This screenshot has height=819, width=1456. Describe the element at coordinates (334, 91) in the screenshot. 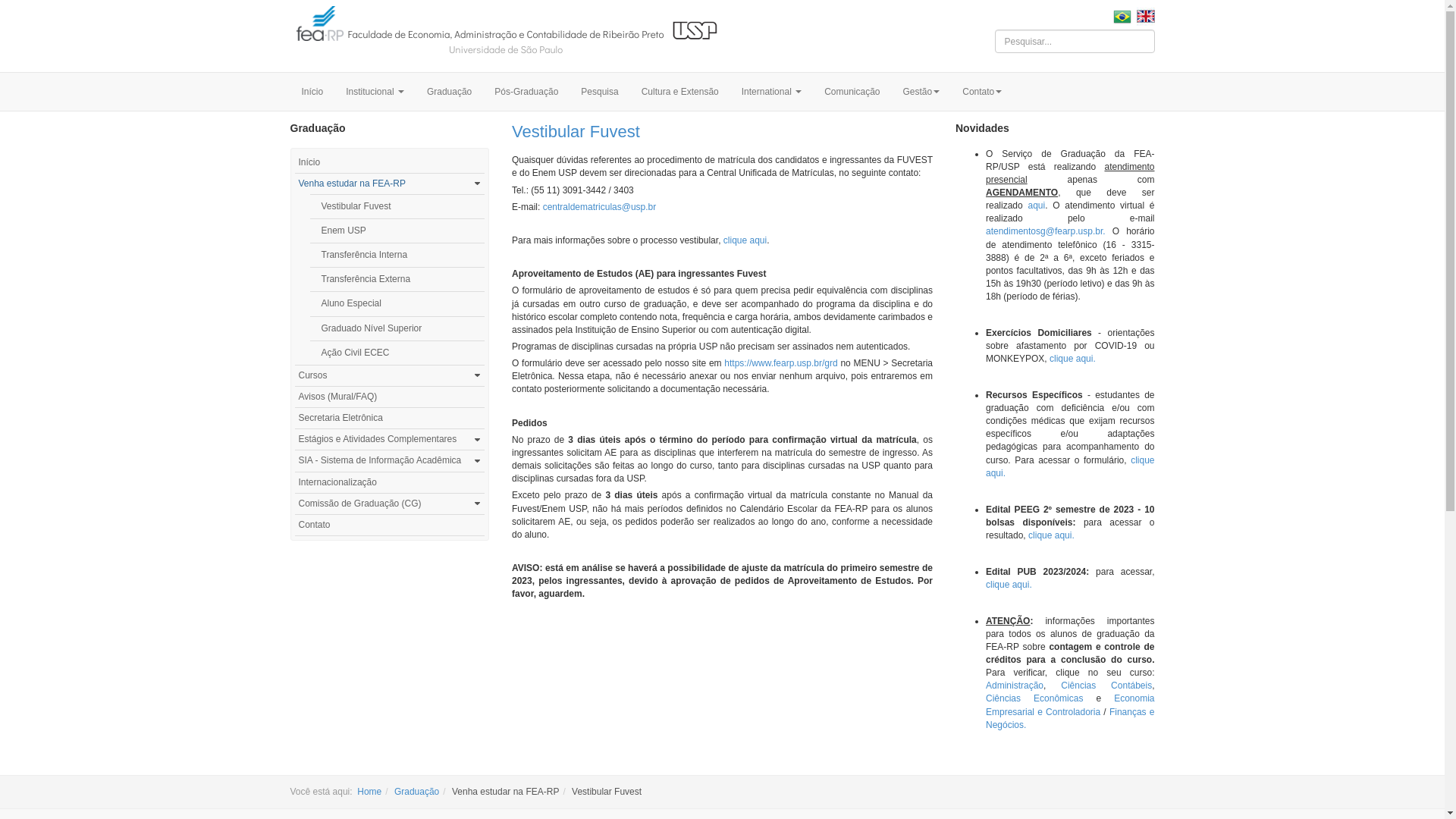

I see `'Institucional'` at that location.